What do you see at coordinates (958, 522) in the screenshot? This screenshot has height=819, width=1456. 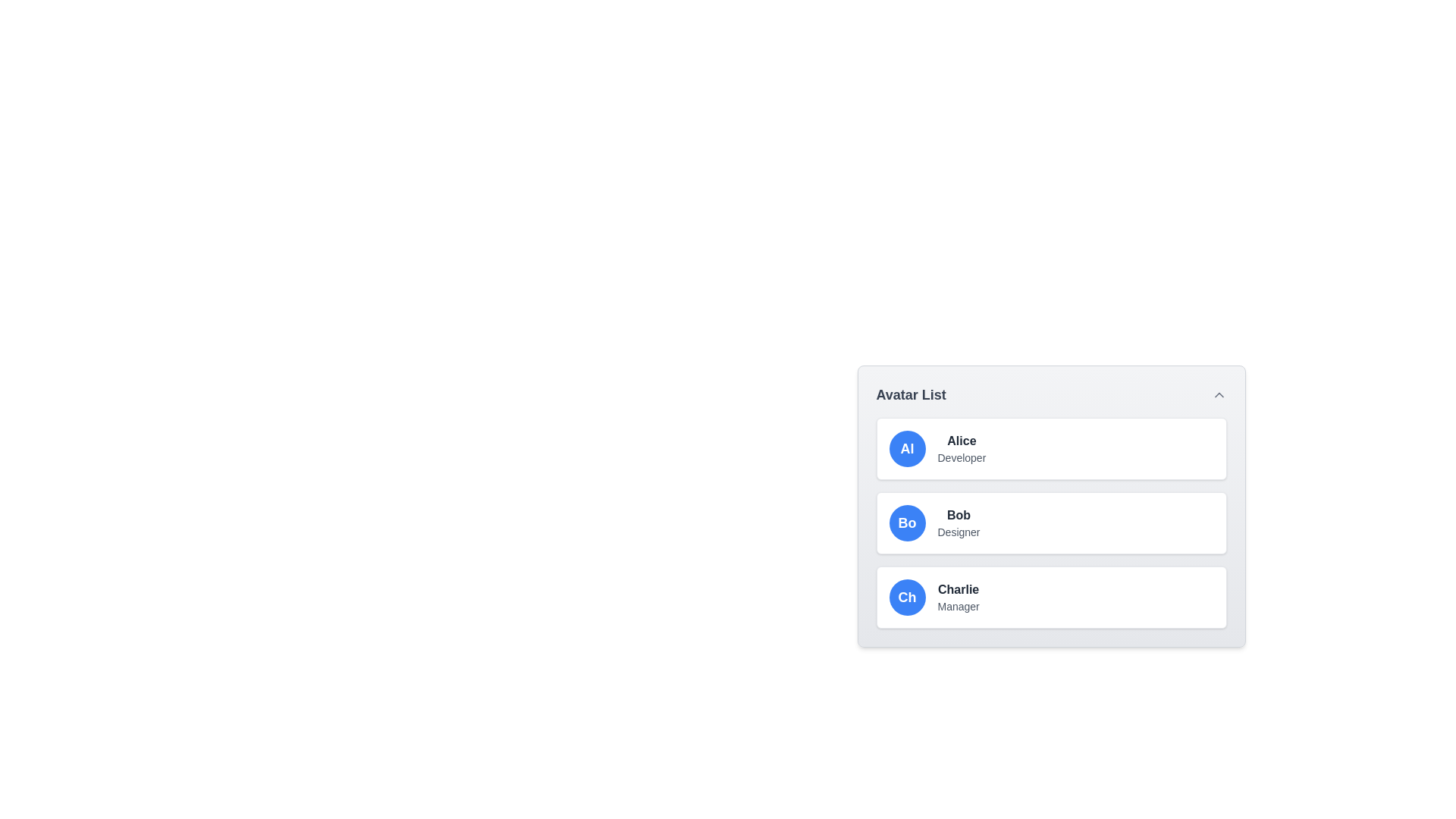 I see `the Text label displaying 'Bob' and 'Designer' in the user profile card, located to the right of the circular avatar labeled 'Bo'` at bounding box center [958, 522].